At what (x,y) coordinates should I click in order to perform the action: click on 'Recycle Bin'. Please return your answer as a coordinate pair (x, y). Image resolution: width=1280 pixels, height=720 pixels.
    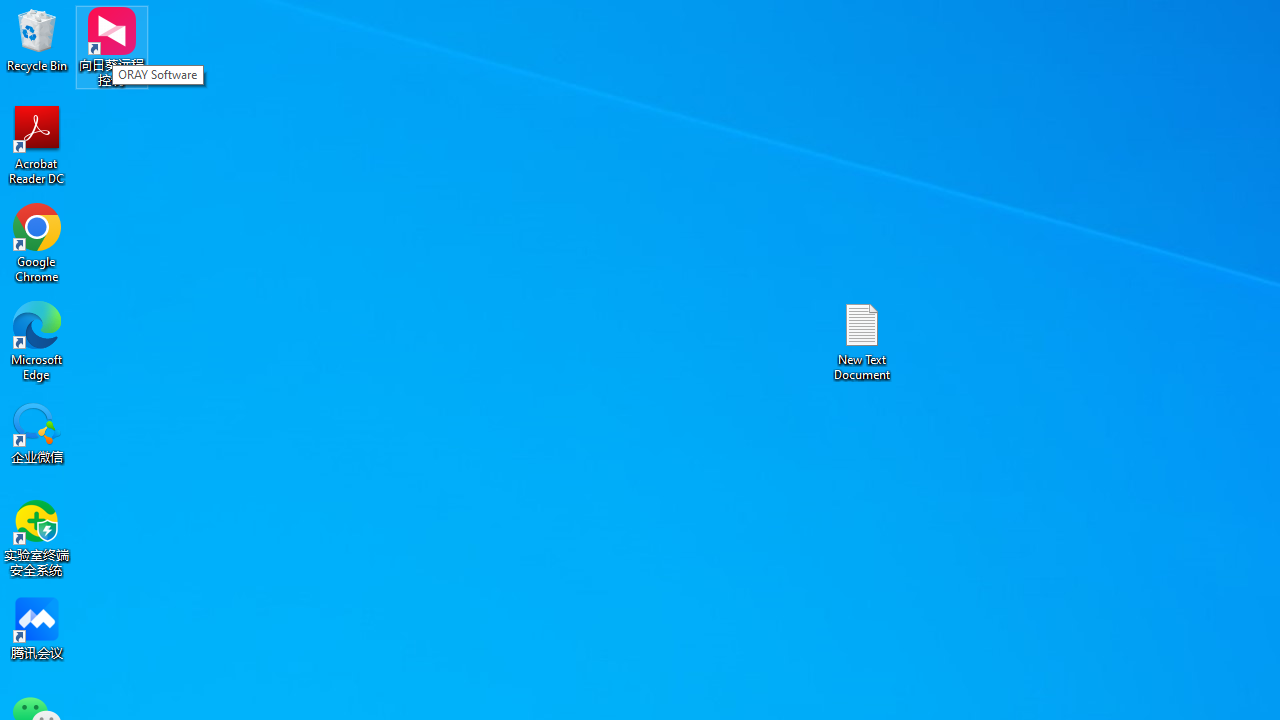
    Looking at the image, I should click on (37, 39).